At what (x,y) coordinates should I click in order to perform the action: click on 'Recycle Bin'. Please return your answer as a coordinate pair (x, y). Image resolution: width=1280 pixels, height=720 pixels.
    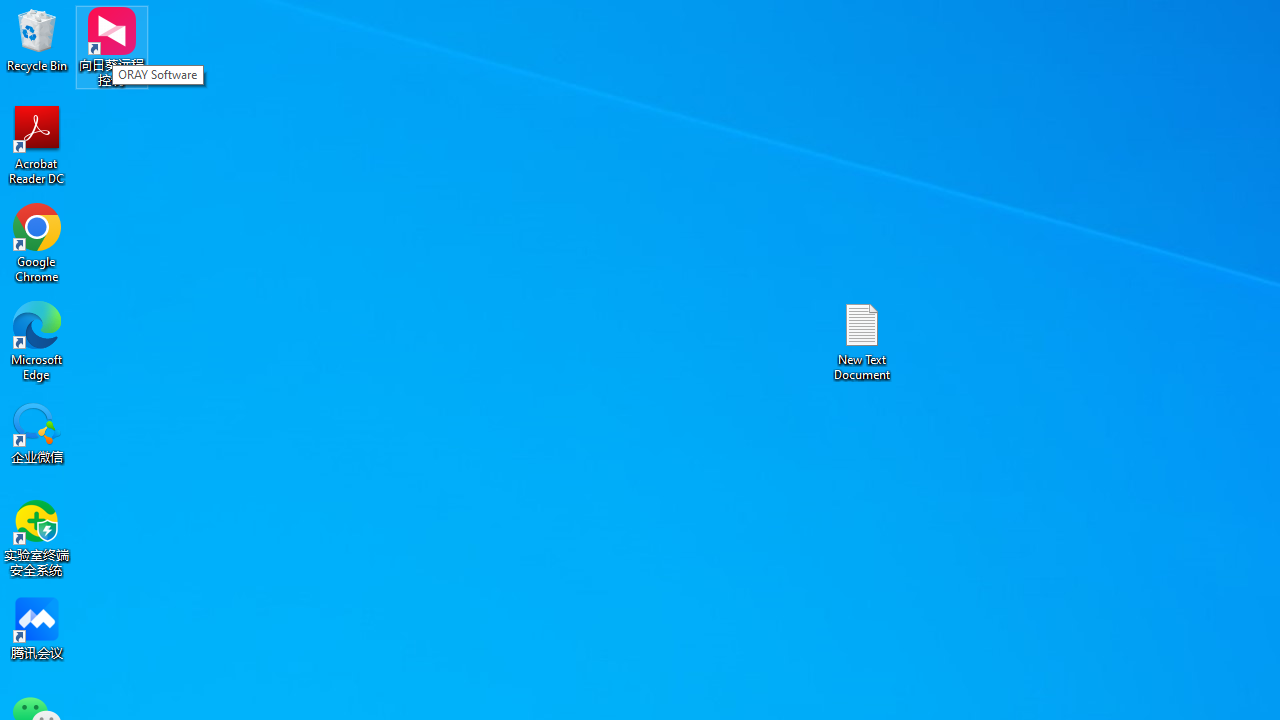
    Looking at the image, I should click on (37, 39).